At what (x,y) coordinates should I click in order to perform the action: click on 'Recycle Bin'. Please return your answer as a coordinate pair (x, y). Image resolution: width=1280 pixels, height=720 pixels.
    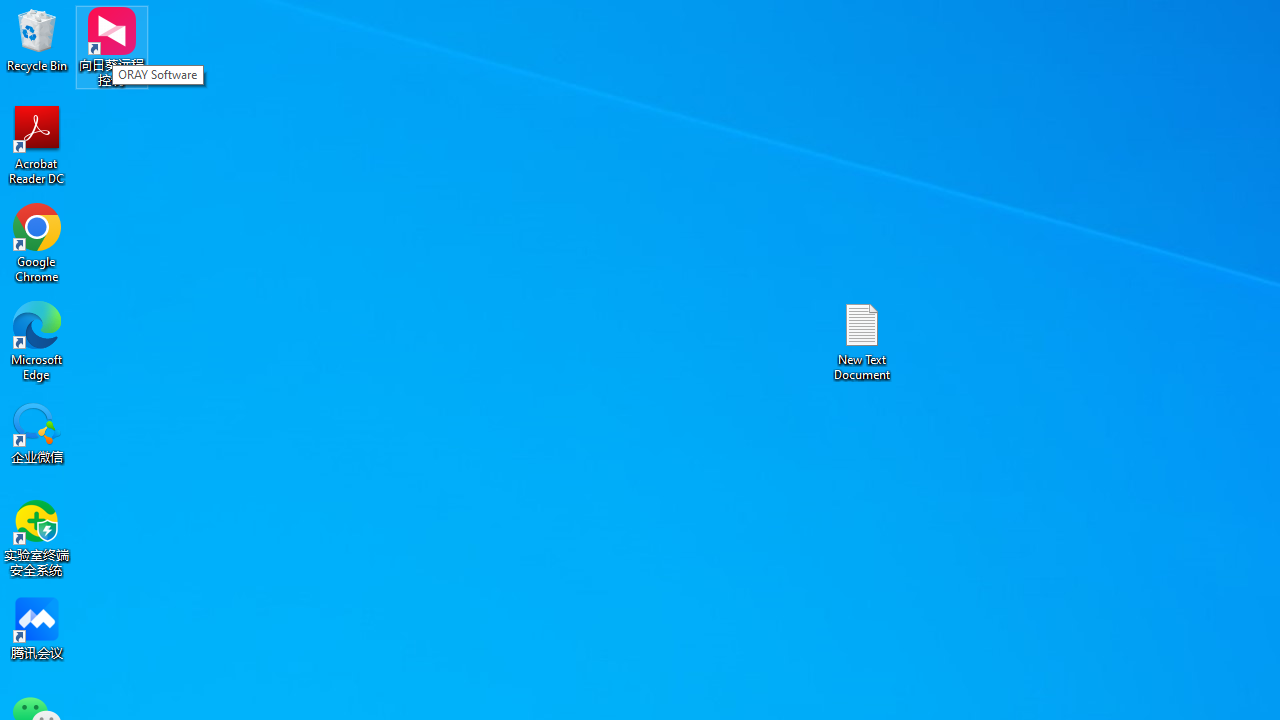
    Looking at the image, I should click on (37, 39).